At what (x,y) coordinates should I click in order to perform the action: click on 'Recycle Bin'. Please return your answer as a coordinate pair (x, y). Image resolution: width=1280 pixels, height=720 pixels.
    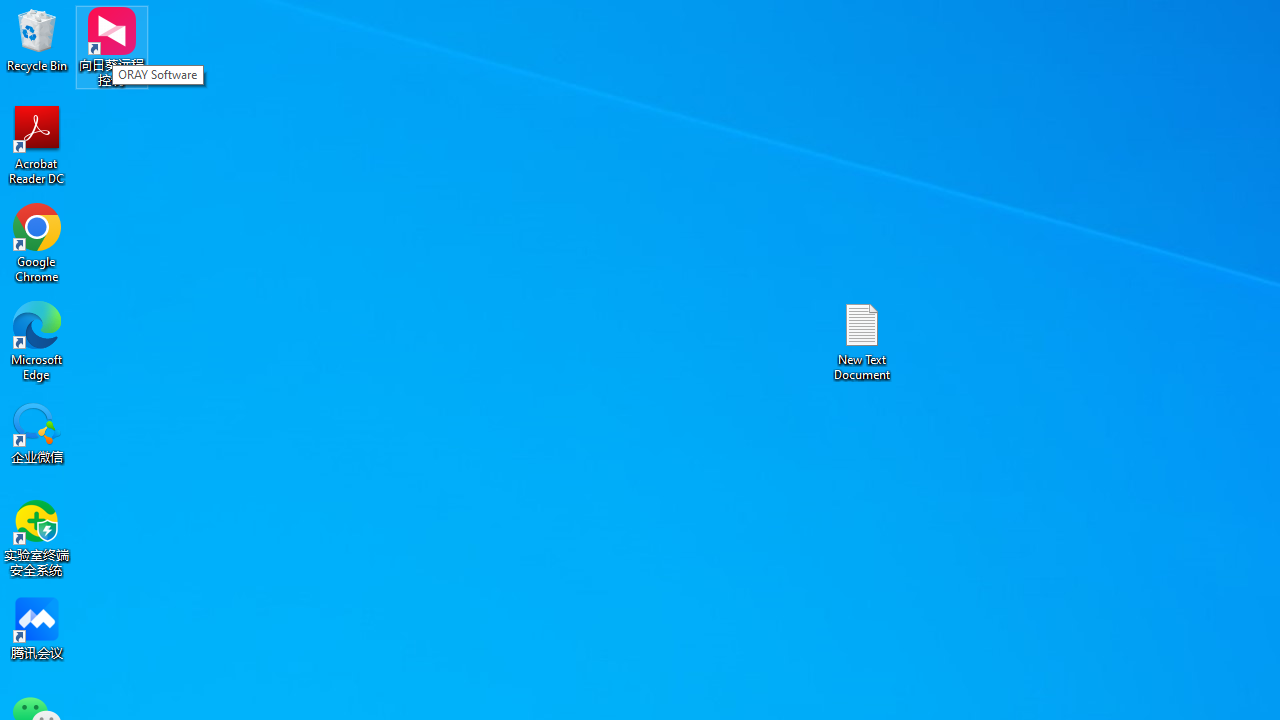
    Looking at the image, I should click on (37, 39).